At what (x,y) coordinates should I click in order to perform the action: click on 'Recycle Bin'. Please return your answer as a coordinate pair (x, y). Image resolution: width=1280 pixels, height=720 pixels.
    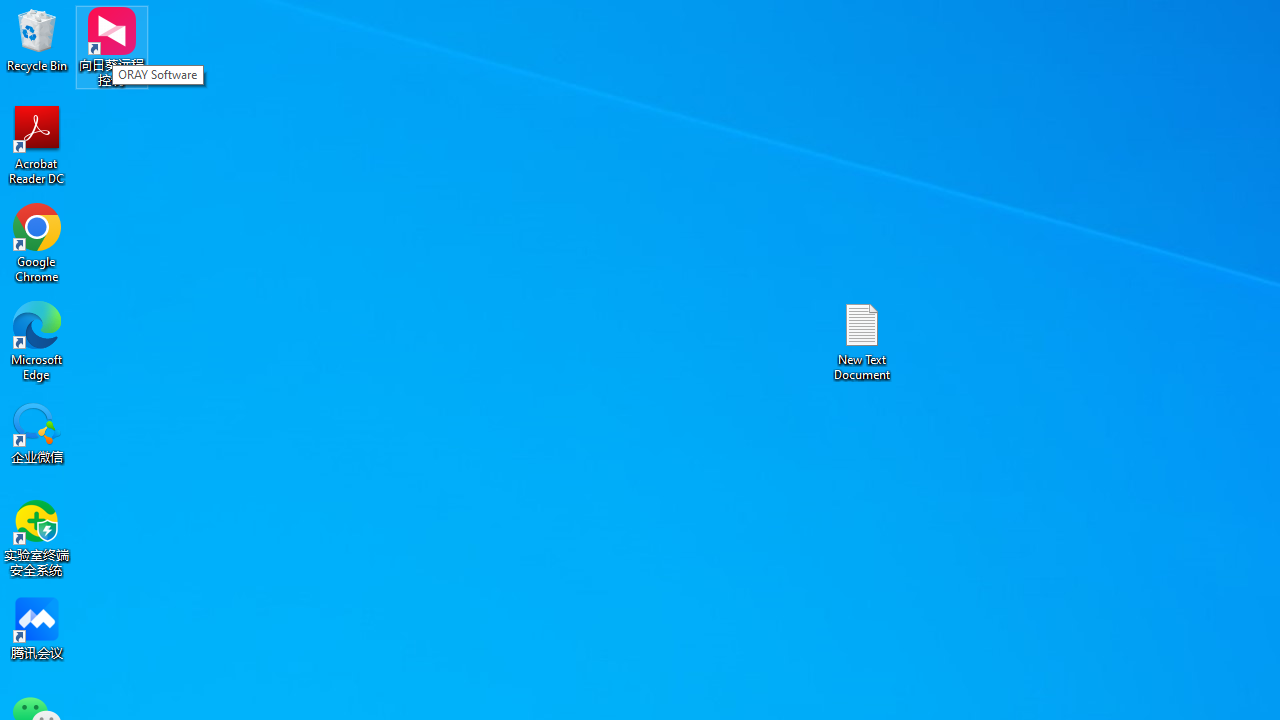
    Looking at the image, I should click on (37, 39).